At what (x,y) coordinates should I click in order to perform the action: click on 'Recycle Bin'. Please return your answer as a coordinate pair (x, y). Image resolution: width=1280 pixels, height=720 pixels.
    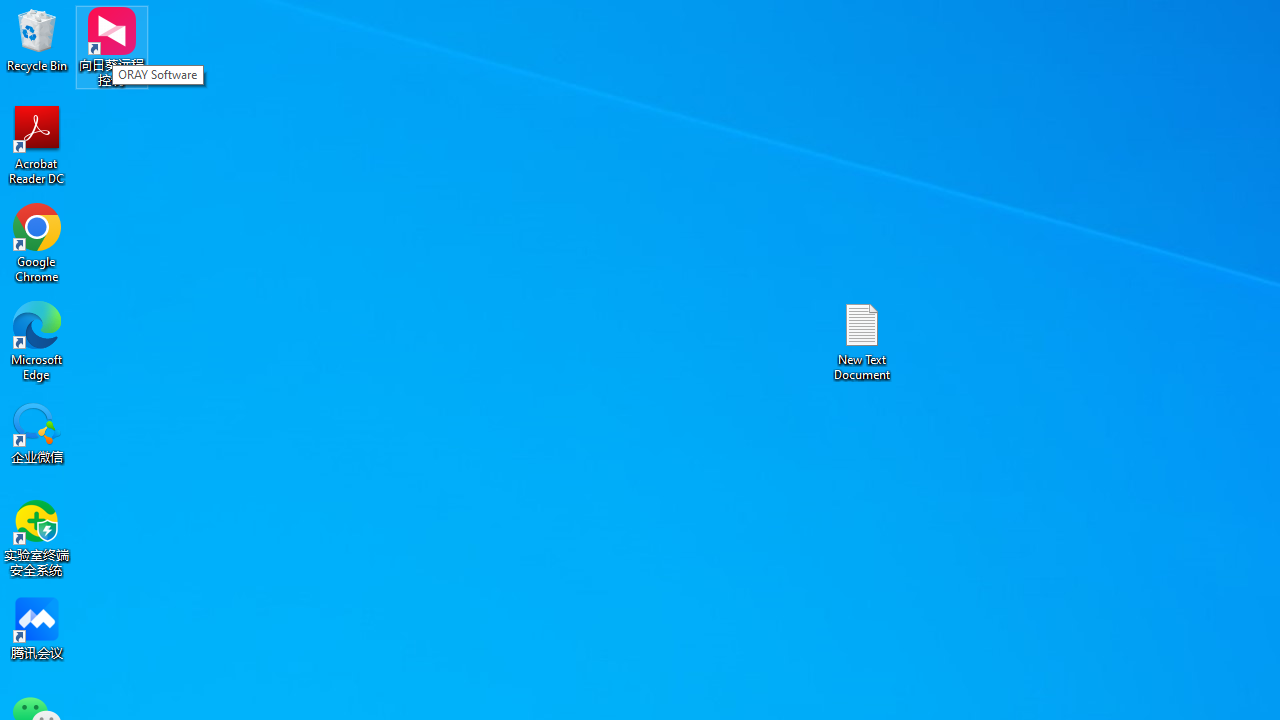
    Looking at the image, I should click on (37, 39).